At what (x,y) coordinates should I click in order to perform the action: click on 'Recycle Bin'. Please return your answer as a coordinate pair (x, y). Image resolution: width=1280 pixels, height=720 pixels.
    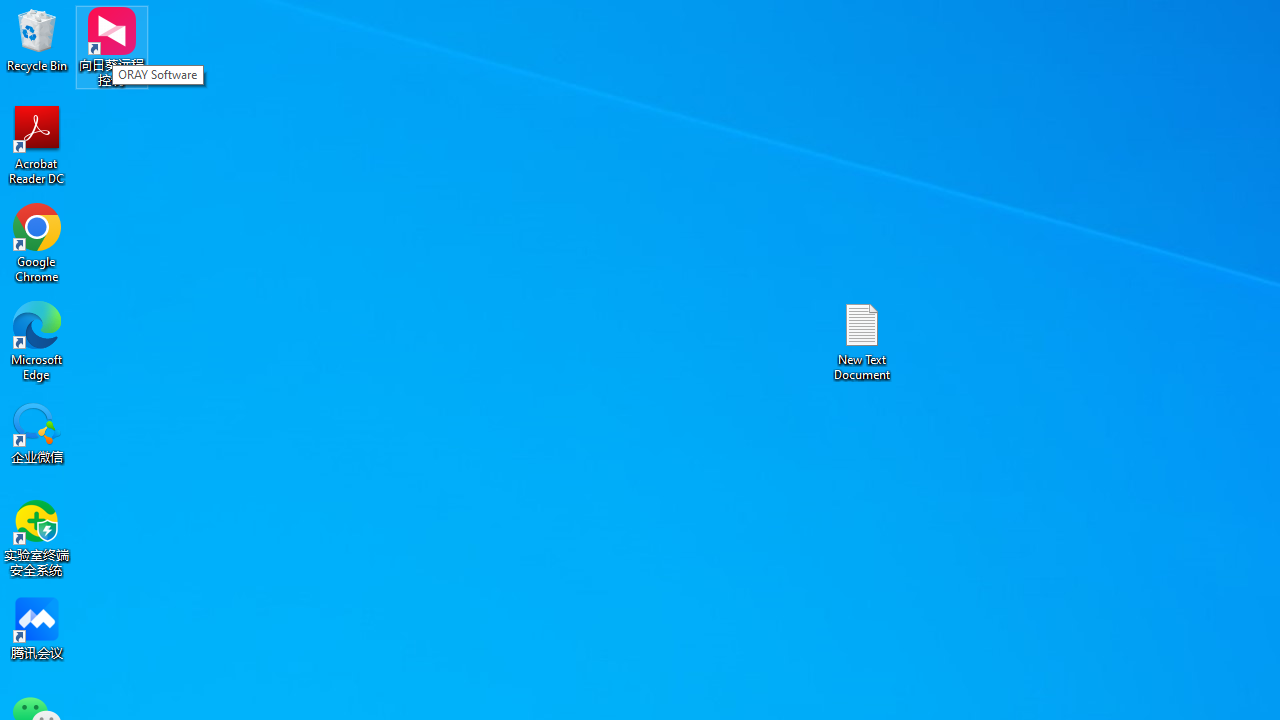
    Looking at the image, I should click on (37, 39).